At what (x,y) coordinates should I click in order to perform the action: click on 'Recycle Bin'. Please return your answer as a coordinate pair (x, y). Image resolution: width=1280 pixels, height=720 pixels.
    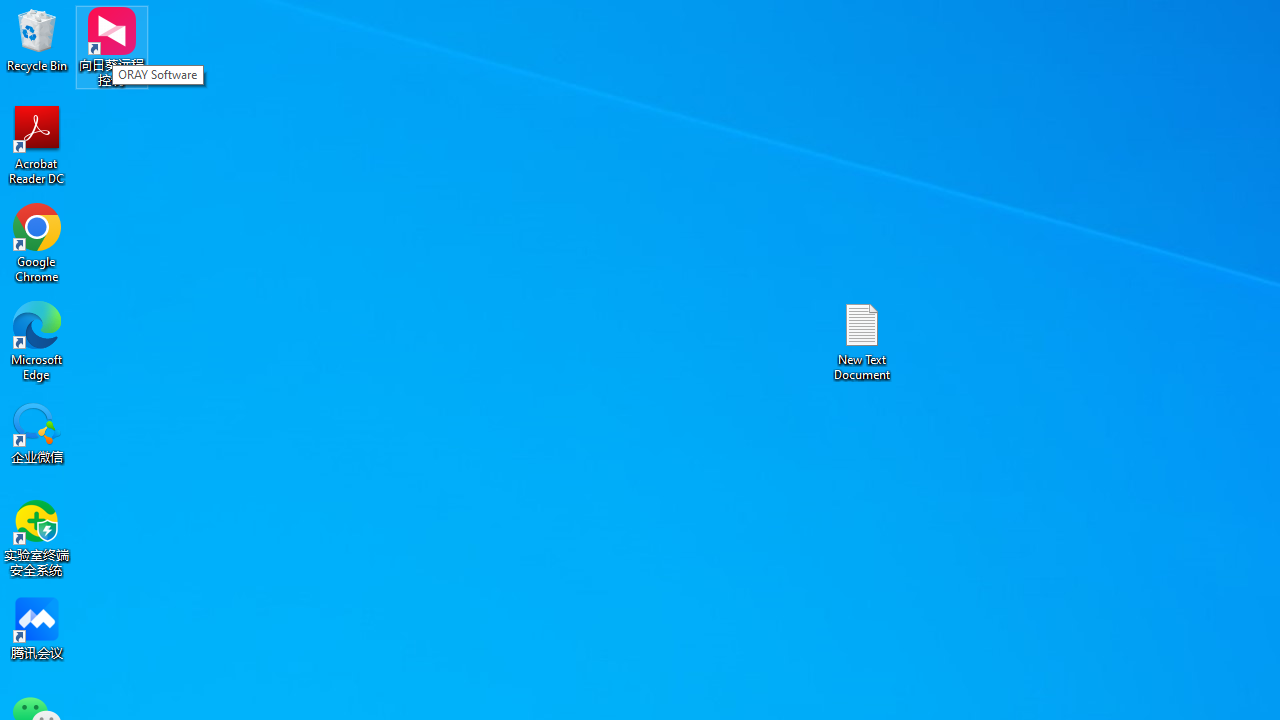
    Looking at the image, I should click on (37, 39).